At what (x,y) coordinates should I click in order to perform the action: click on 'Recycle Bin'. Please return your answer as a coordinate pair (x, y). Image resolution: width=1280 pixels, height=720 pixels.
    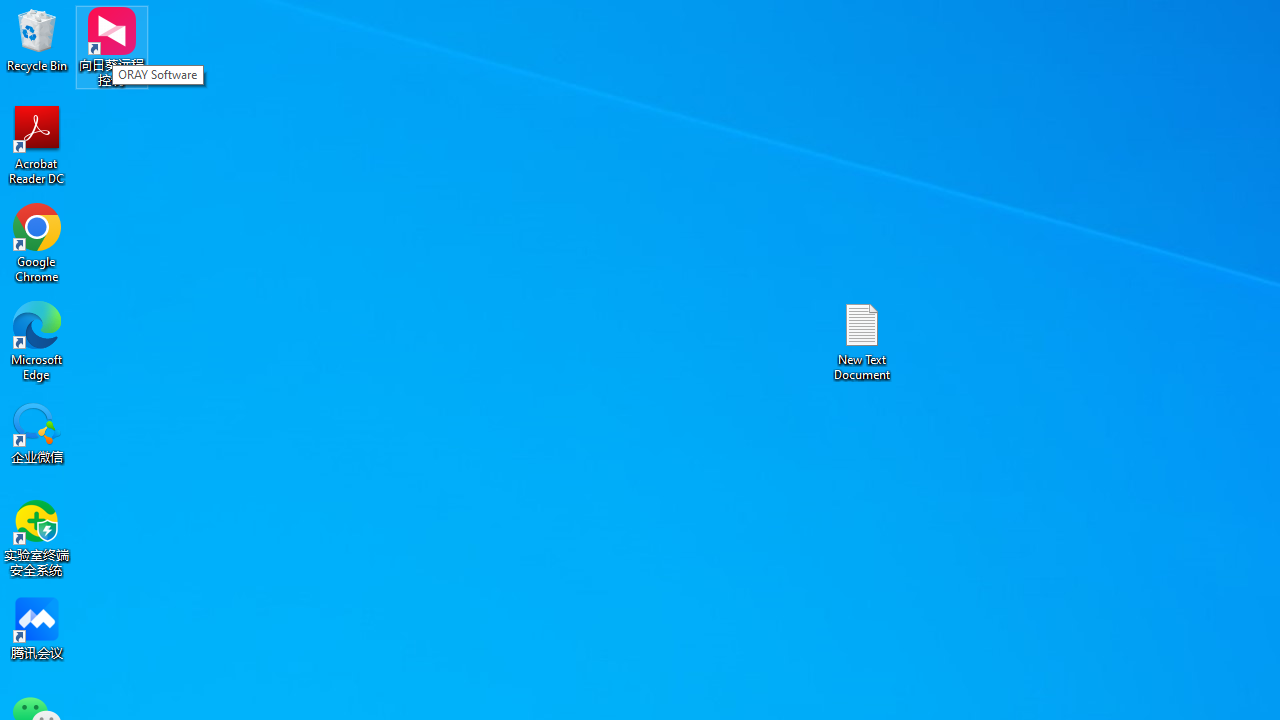
    Looking at the image, I should click on (37, 39).